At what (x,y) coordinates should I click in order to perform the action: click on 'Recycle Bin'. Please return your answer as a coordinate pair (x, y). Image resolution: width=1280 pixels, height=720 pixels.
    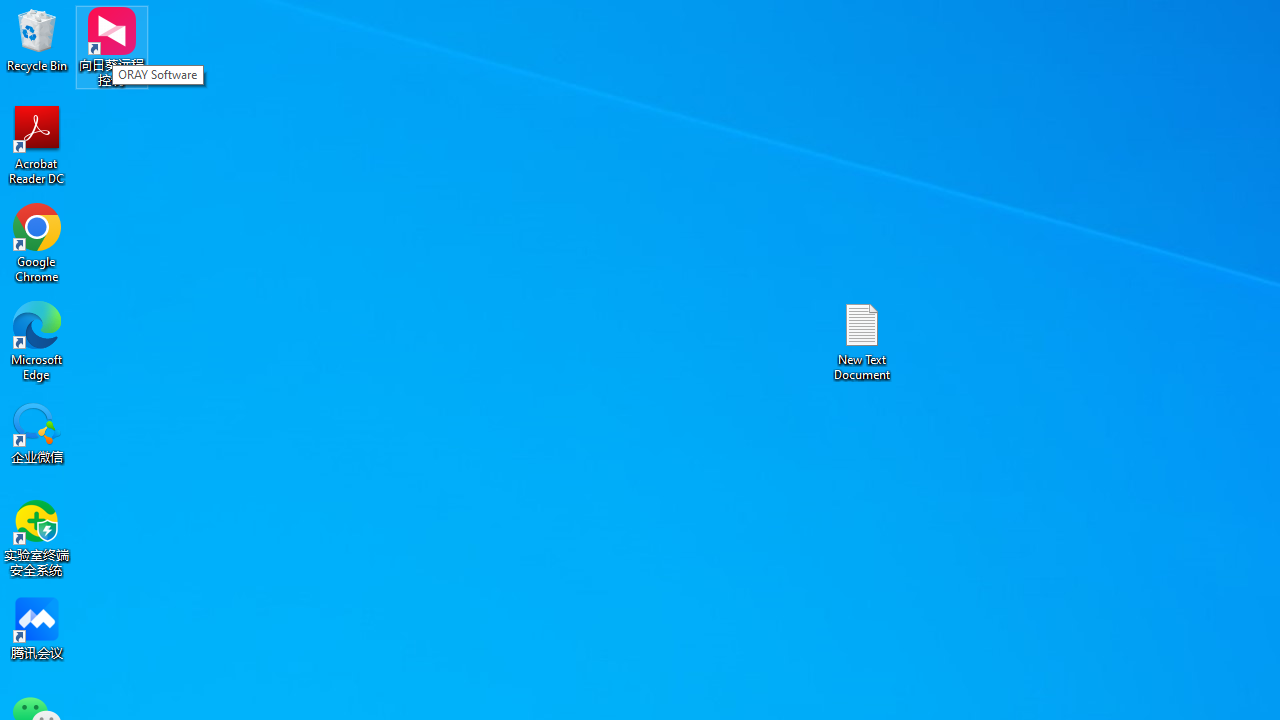
    Looking at the image, I should click on (37, 39).